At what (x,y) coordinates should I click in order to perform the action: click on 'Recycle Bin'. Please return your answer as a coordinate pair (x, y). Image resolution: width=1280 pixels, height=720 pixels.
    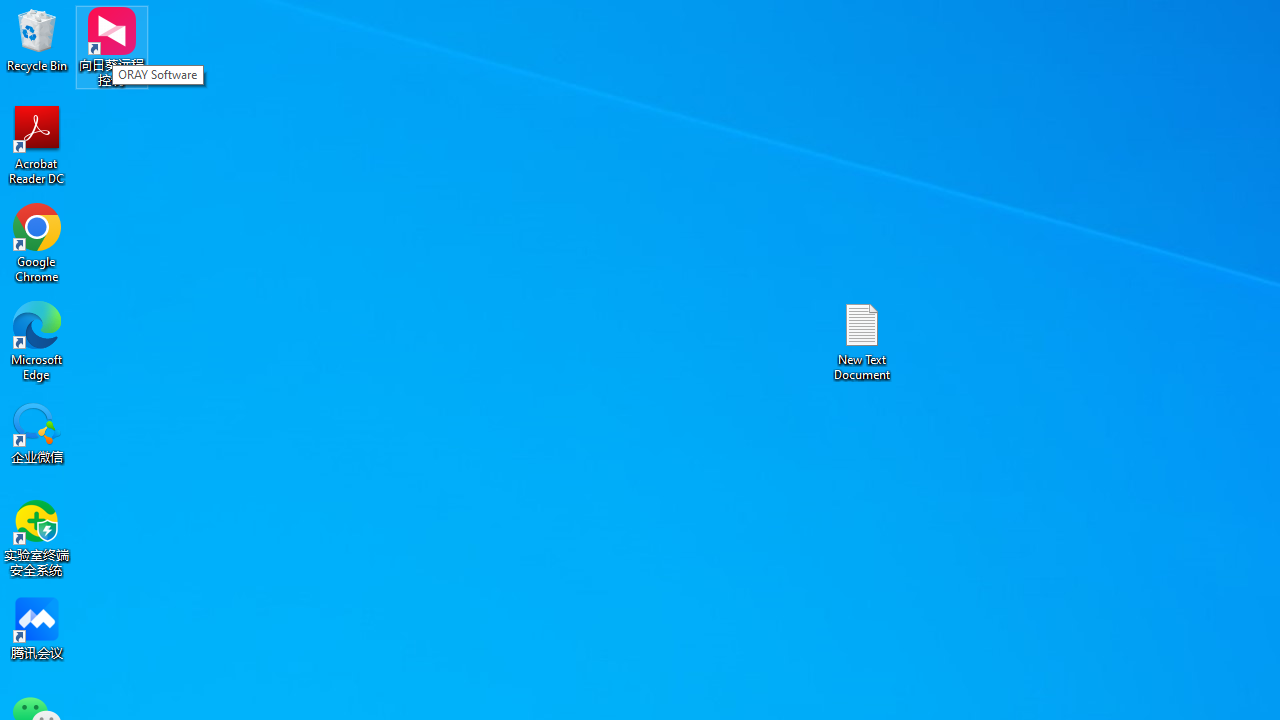
    Looking at the image, I should click on (37, 39).